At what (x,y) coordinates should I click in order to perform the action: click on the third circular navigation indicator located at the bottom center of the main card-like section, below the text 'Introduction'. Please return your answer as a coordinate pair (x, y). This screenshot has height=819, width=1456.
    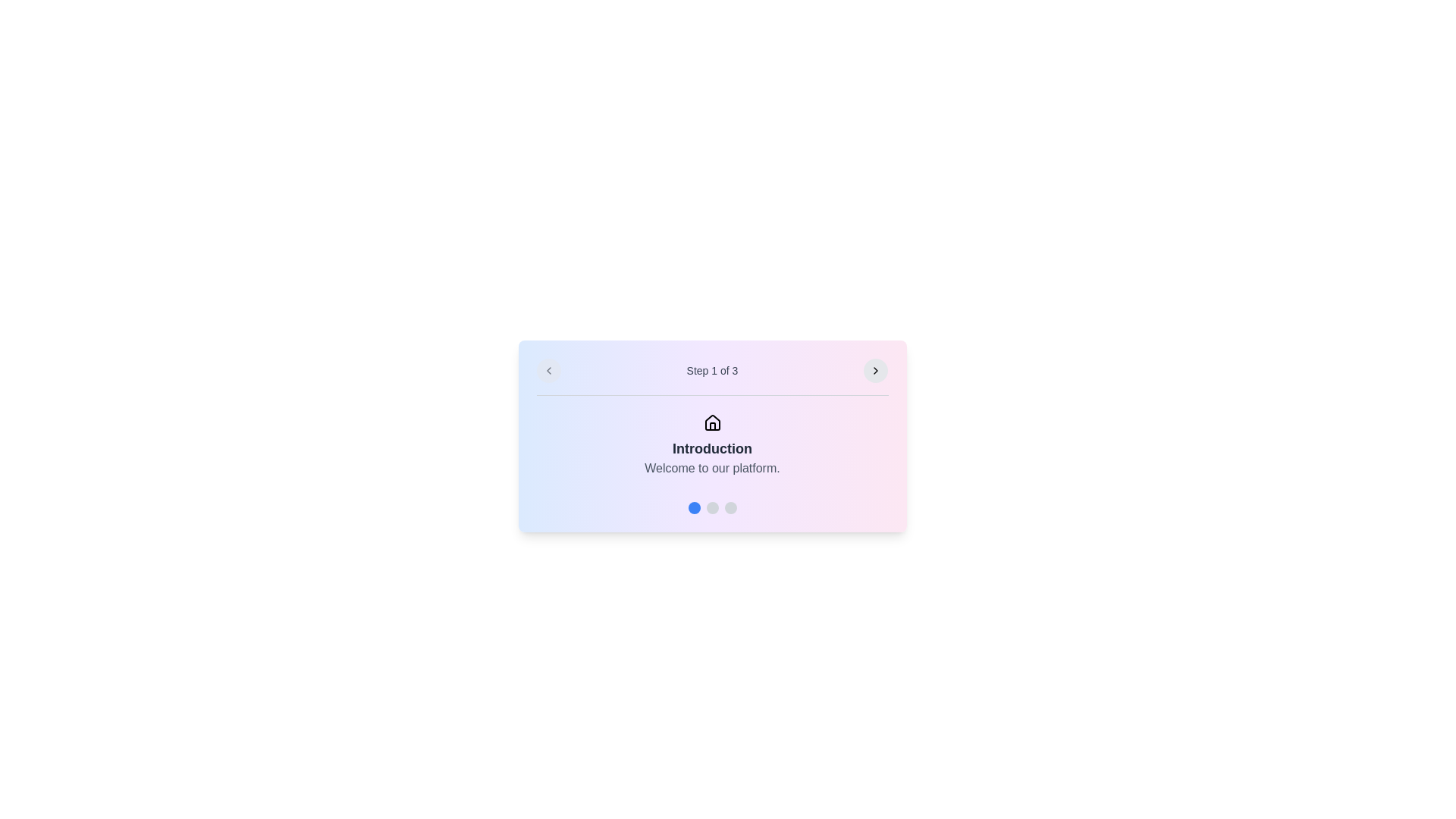
    Looking at the image, I should click on (730, 508).